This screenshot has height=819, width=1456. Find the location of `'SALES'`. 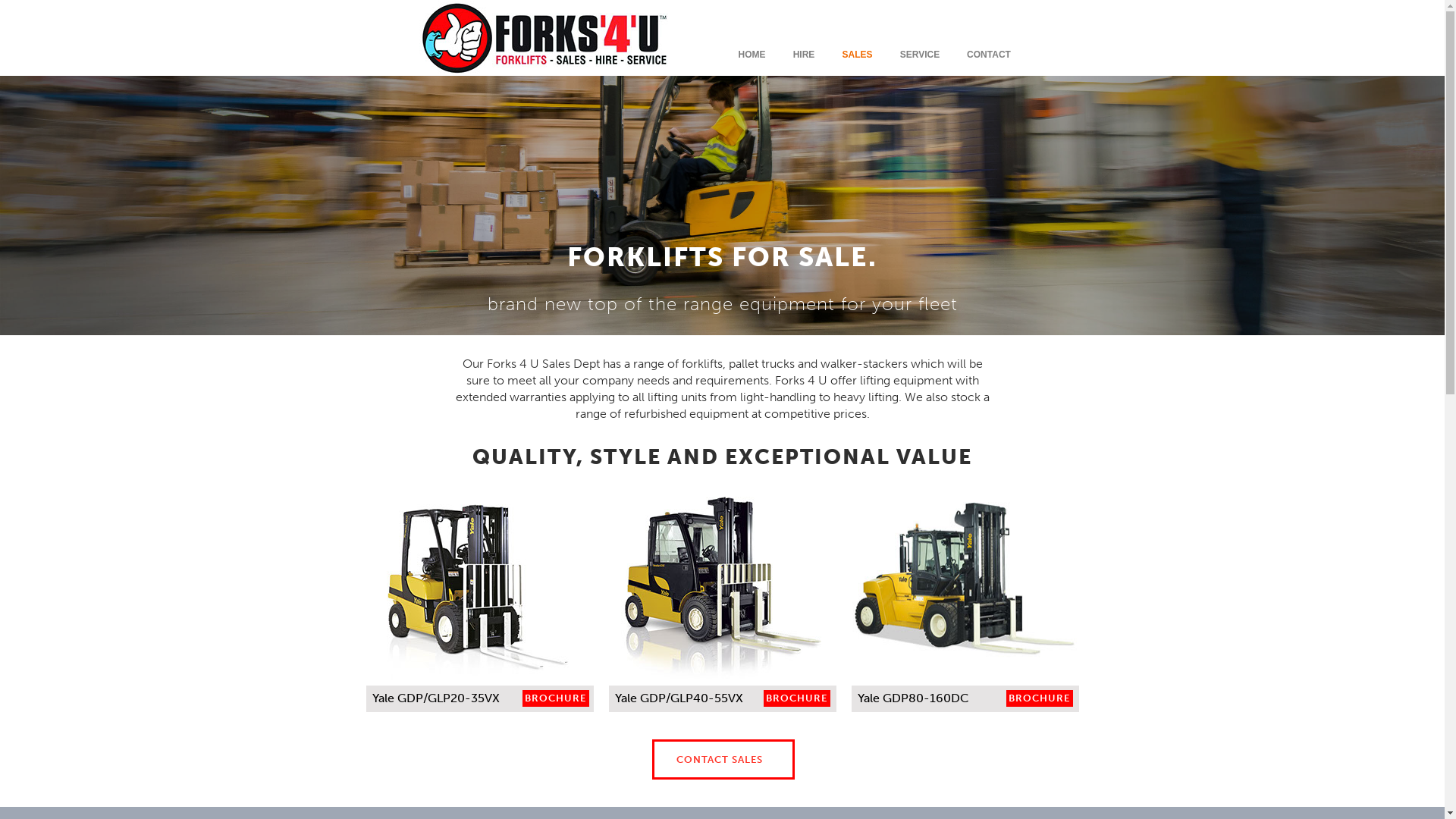

'SALES' is located at coordinates (852, 54).